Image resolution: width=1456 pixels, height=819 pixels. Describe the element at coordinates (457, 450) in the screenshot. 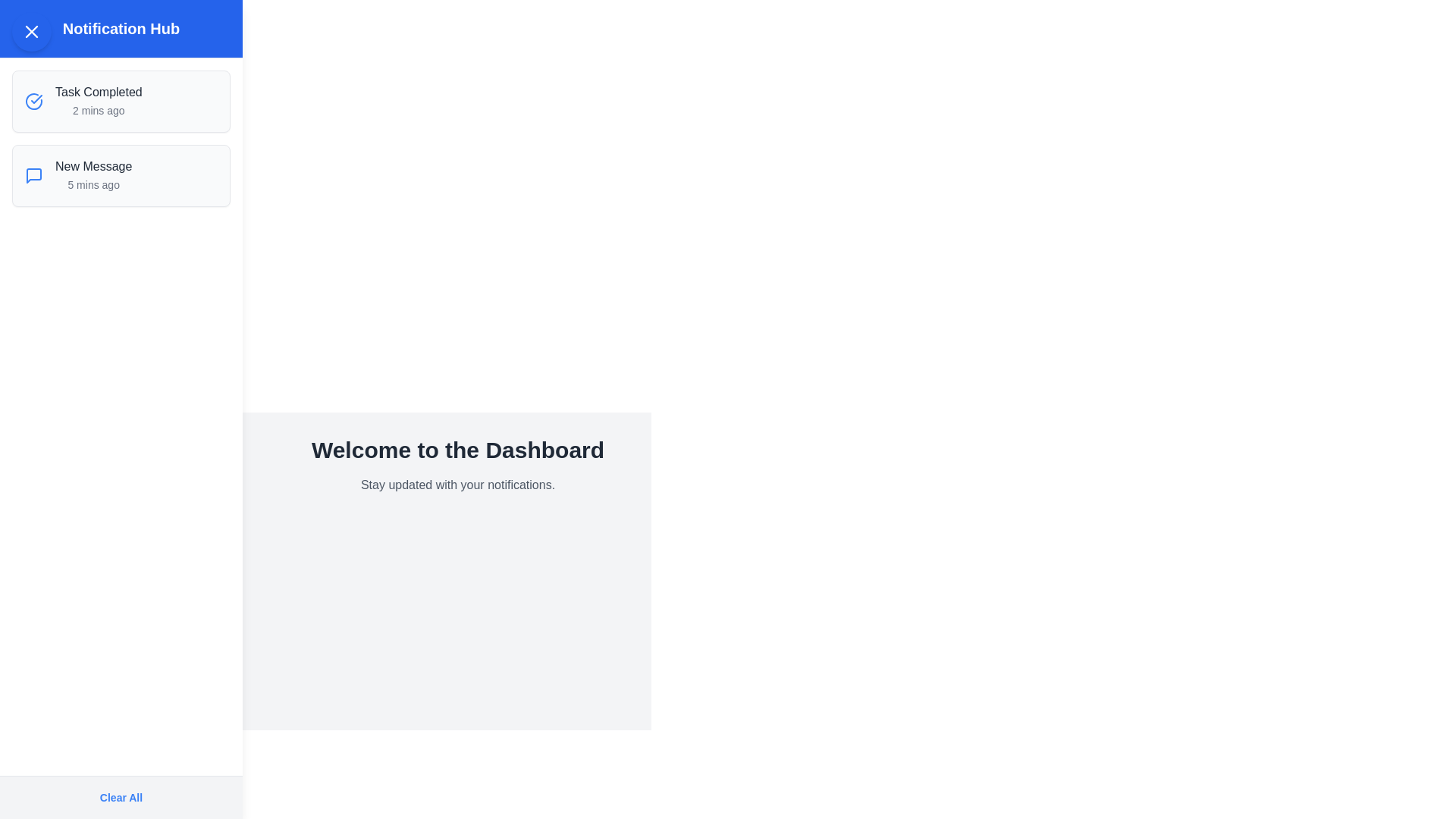

I see `the prominent heading text that introduces the user to the dashboard, located above the smaller text element with the phrase 'Stay updated with your notifications.'` at that location.